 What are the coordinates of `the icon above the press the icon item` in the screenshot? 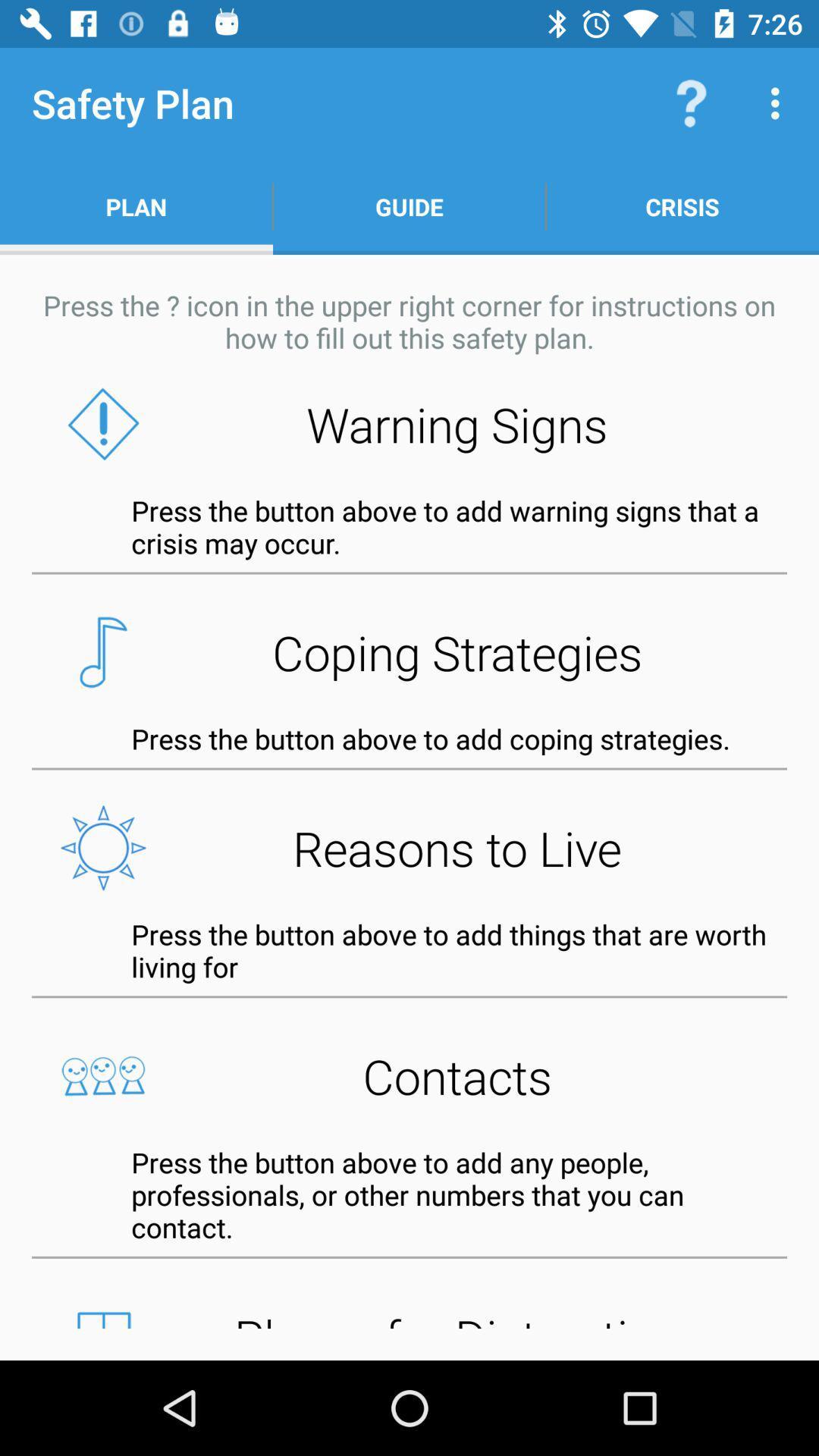 It's located at (409, 206).